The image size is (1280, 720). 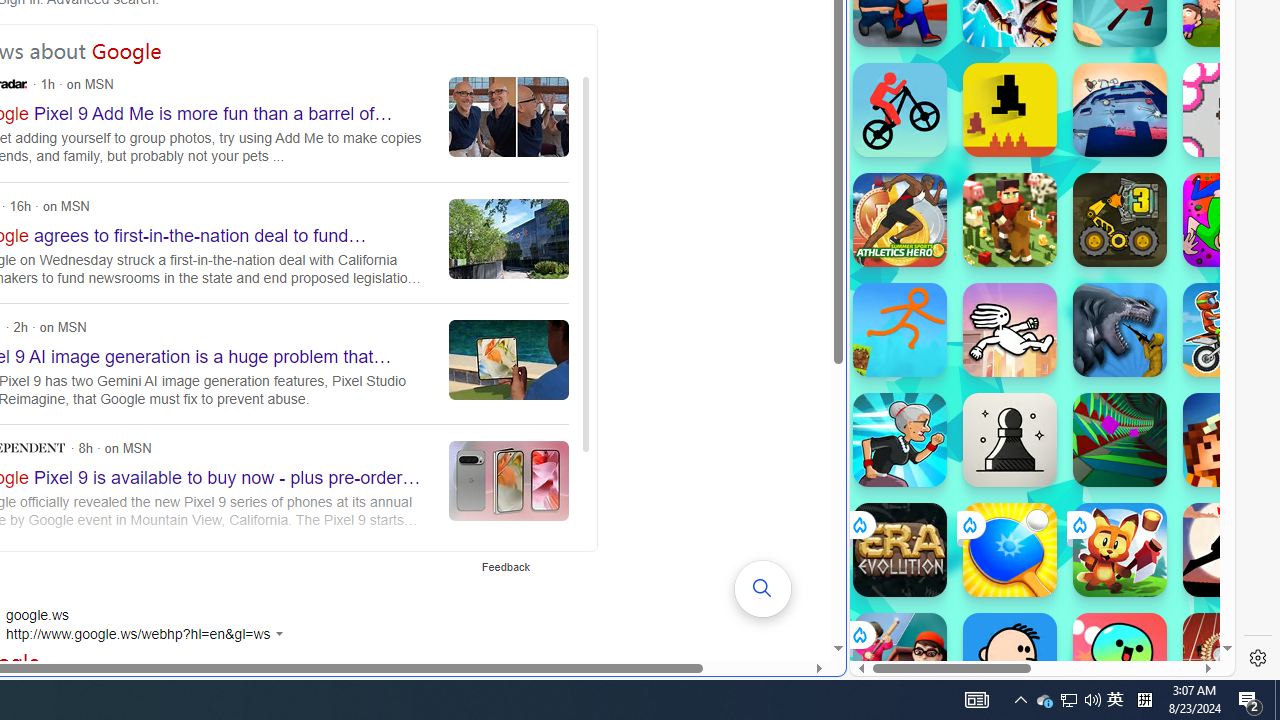 What do you see at coordinates (1009, 219) in the screenshot?
I see `'Apple Knight: Farmers Market'` at bounding box center [1009, 219].